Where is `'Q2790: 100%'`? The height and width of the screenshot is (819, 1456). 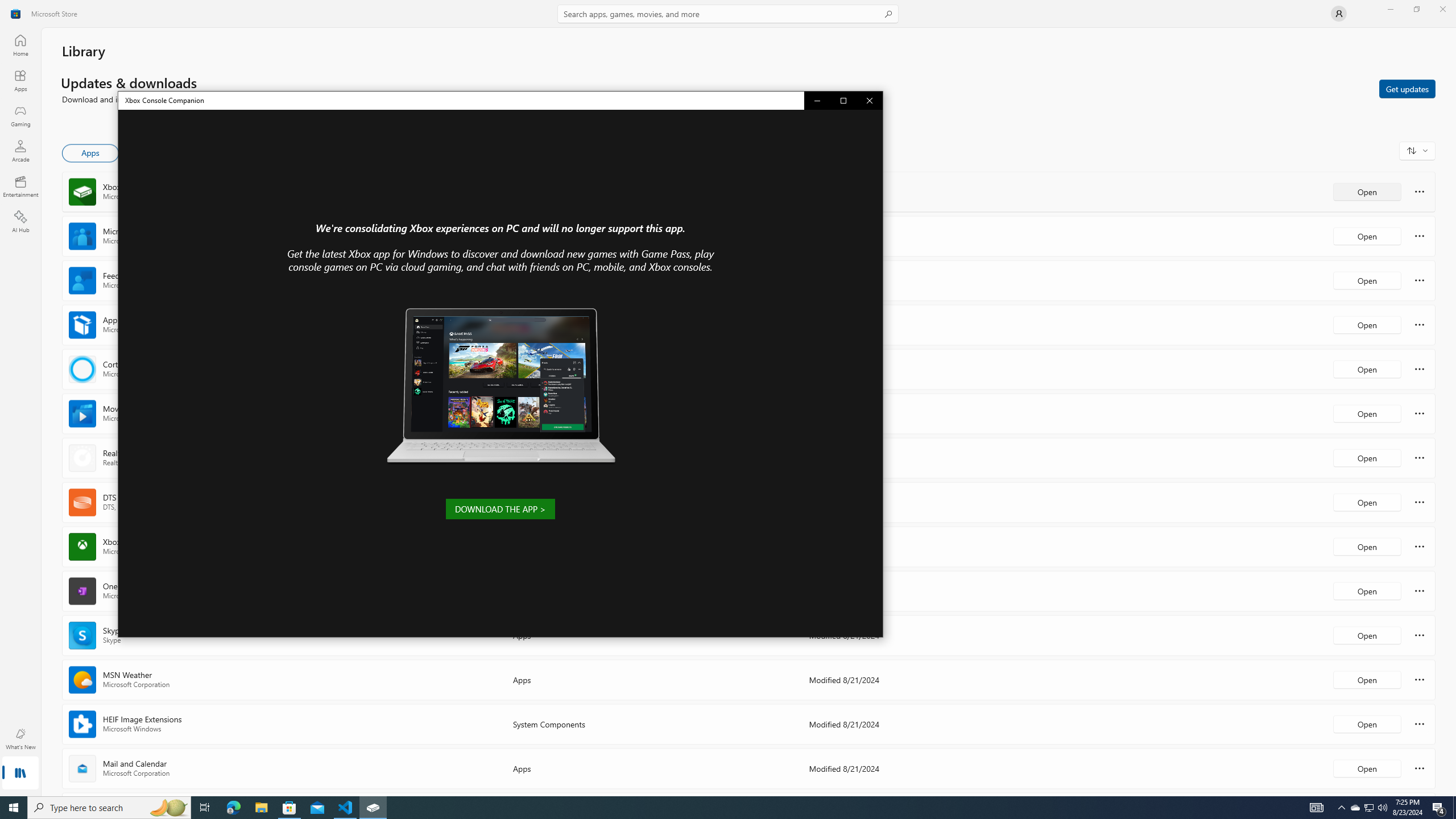 'Q2790: 100%' is located at coordinates (1381, 806).